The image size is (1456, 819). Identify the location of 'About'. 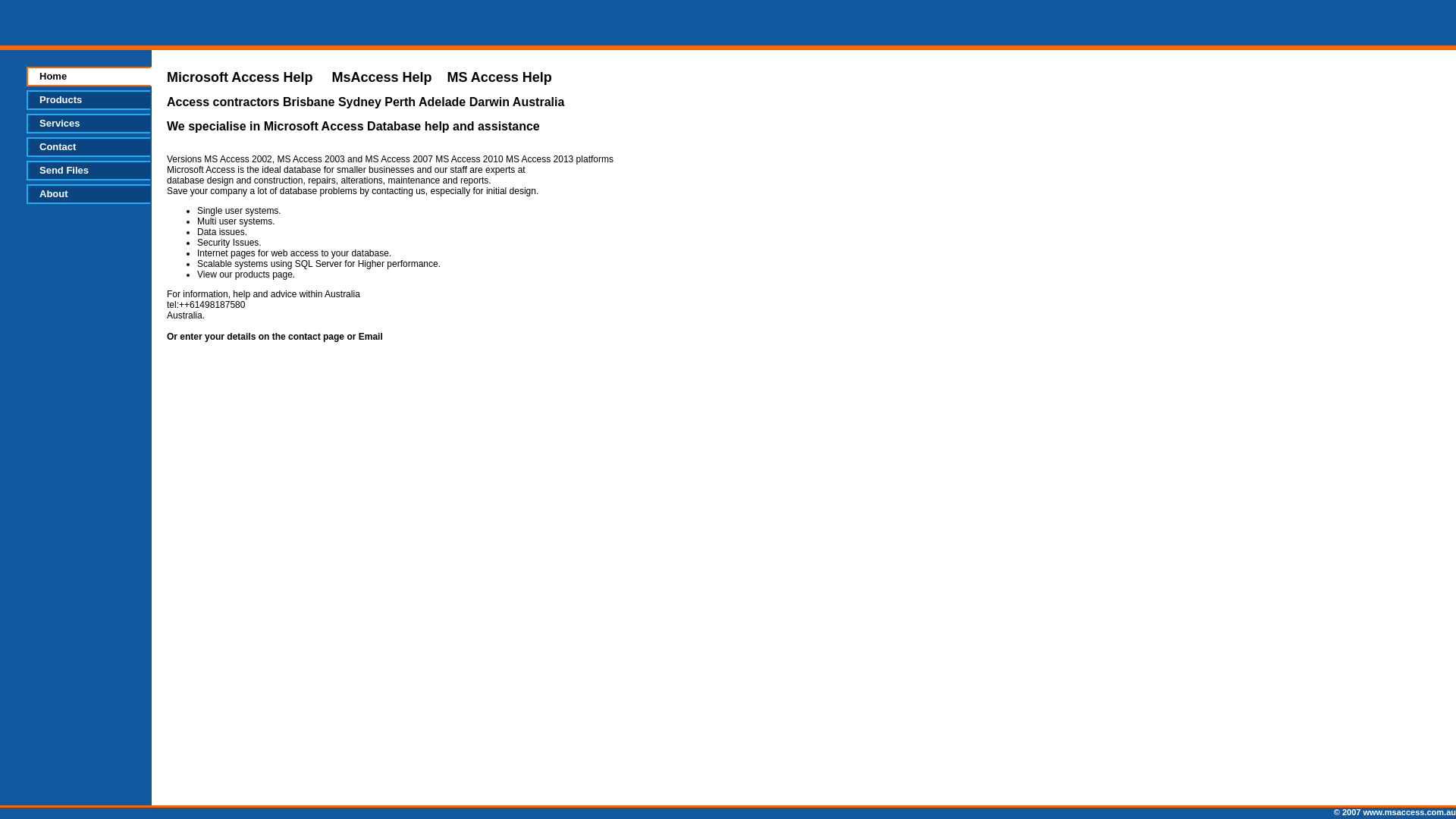
(87, 193).